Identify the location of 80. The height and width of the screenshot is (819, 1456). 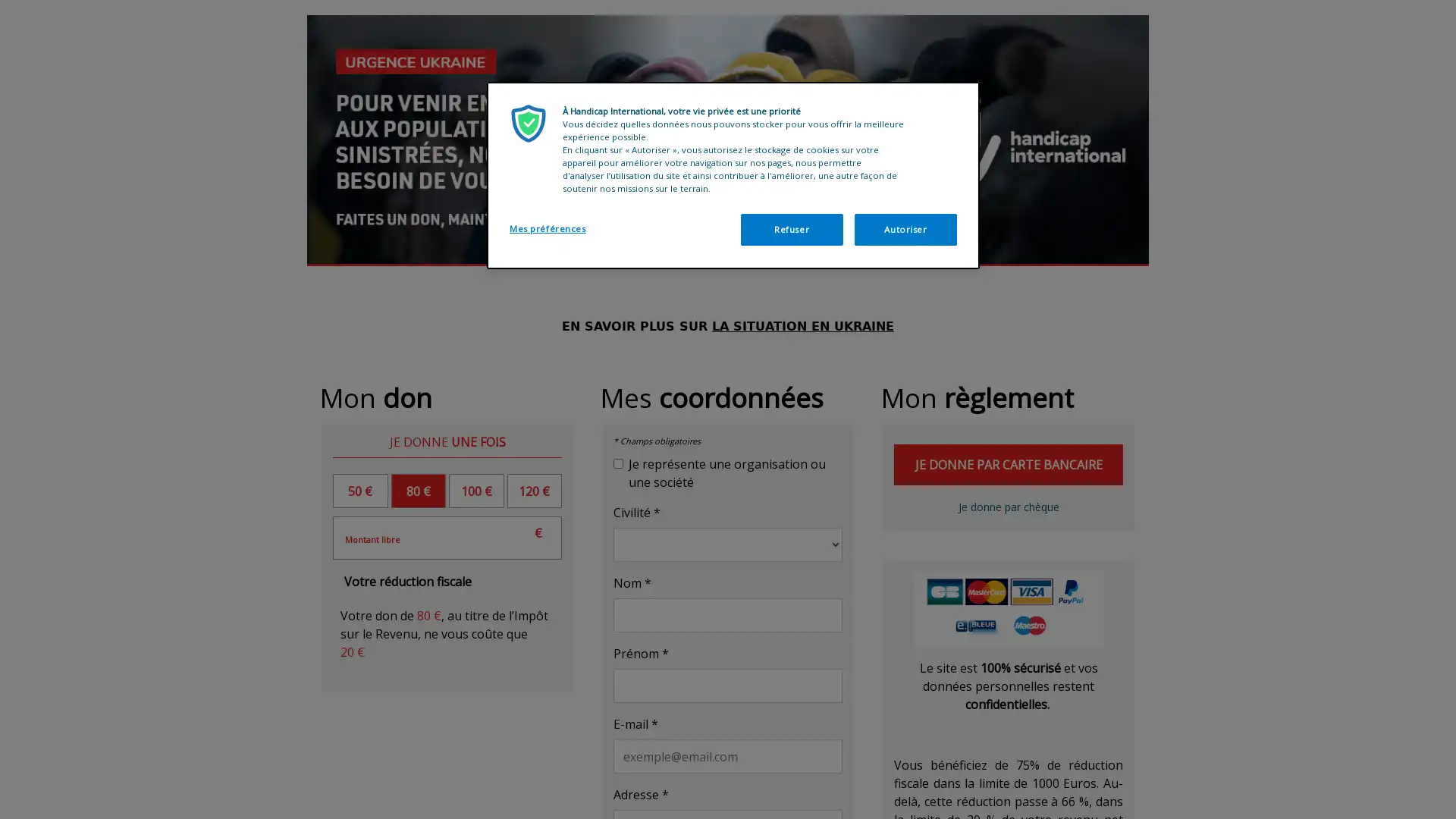
(418, 491).